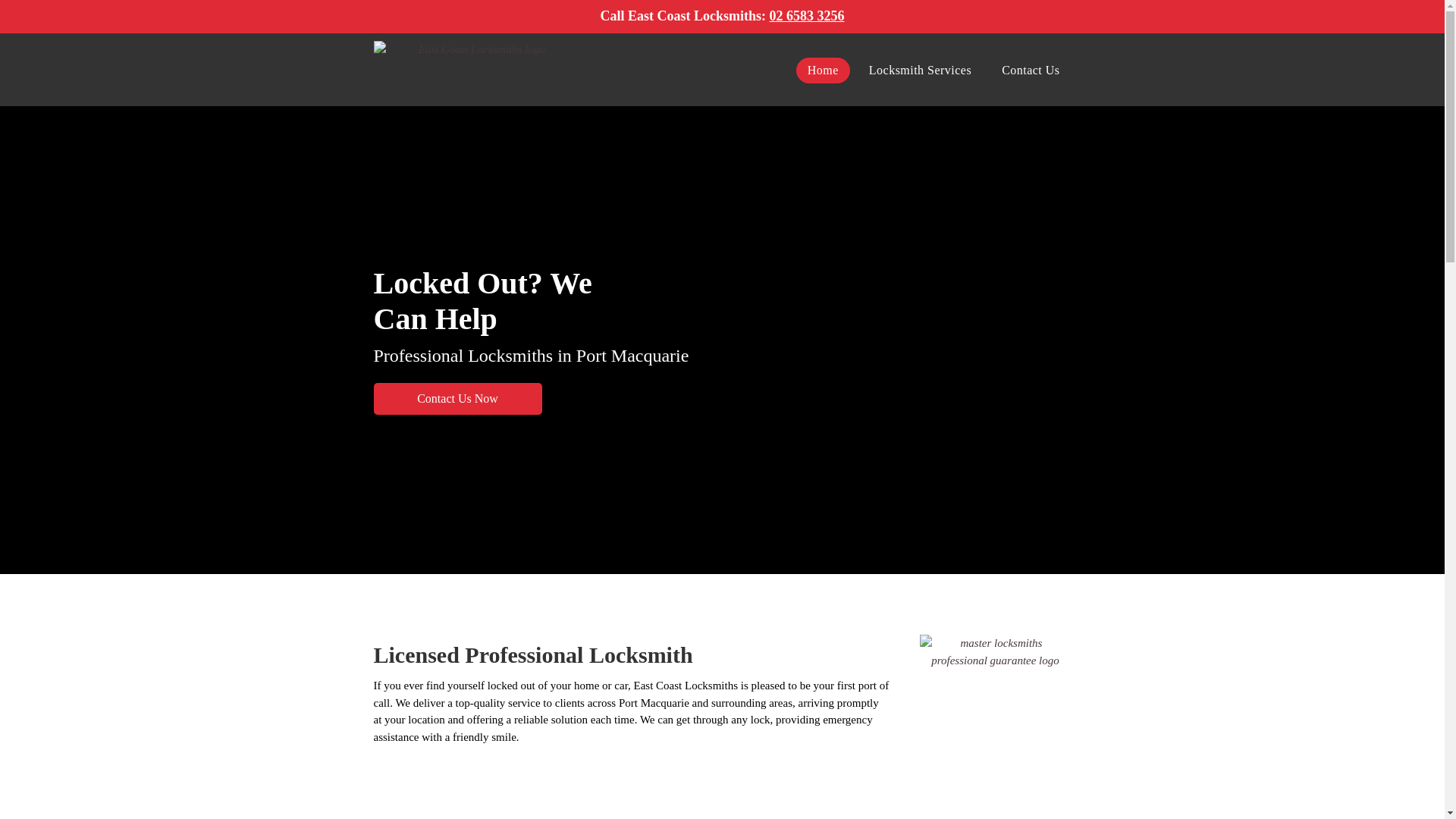 This screenshot has height=819, width=1456. What do you see at coordinates (822, 70) in the screenshot?
I see `'Home'` at bounding box center [822, 70].